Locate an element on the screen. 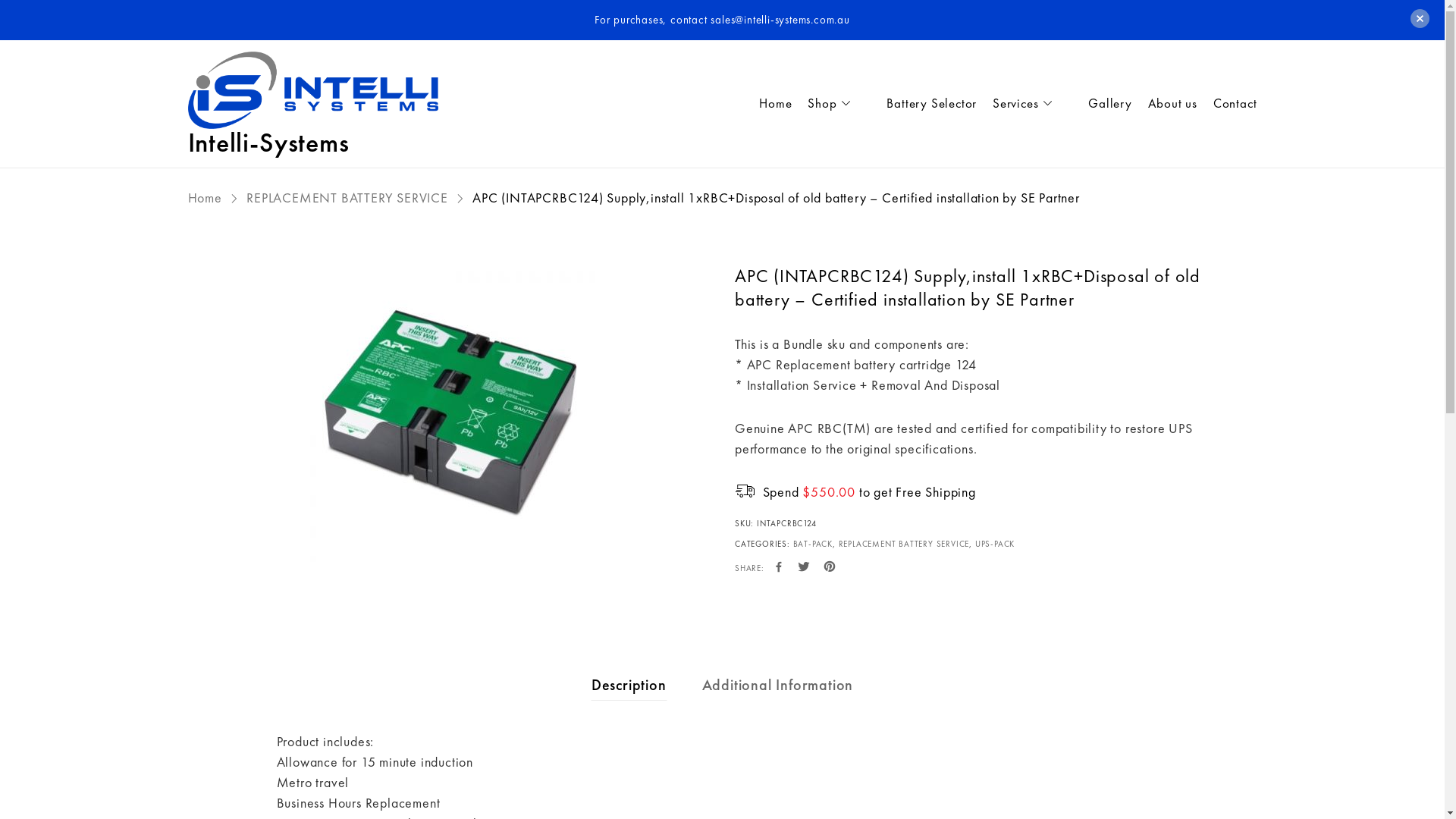 This screenshot has height=819, width=1456. 'Intelli-Systems' is located at coordinates (268, 143).